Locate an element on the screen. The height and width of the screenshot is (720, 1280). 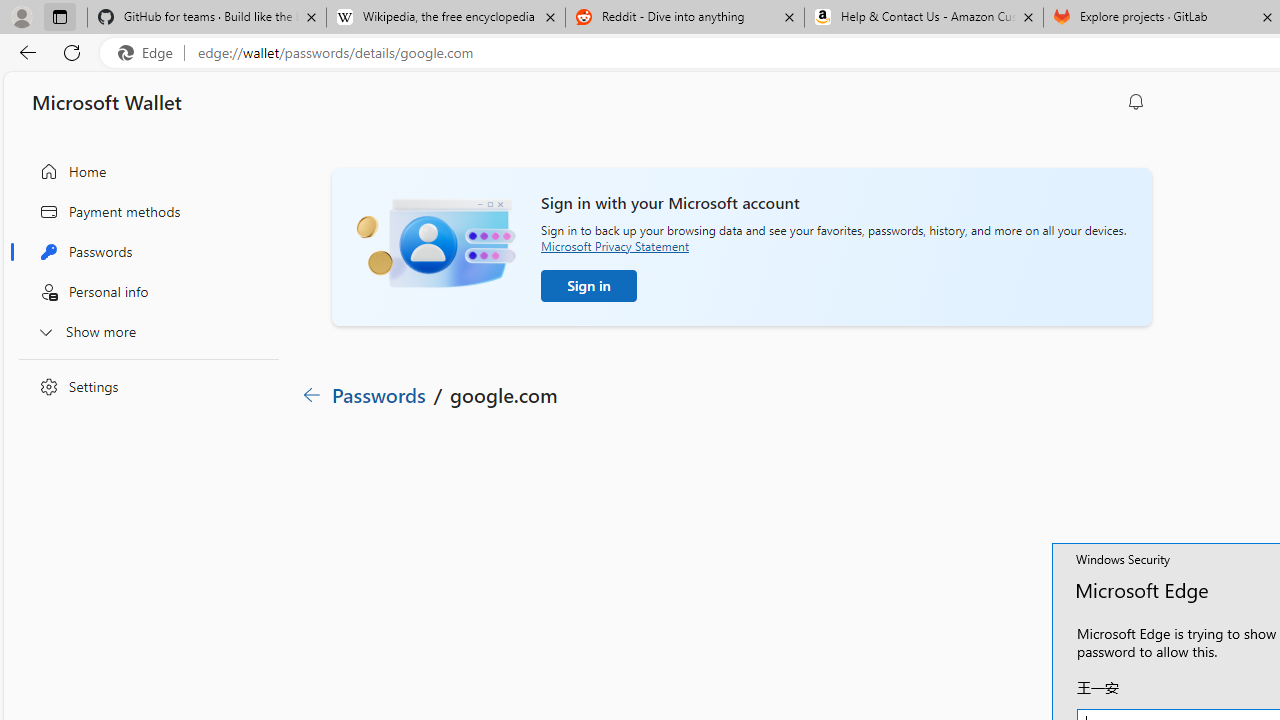
'Payment methods' is located at coordinates (143, 211).